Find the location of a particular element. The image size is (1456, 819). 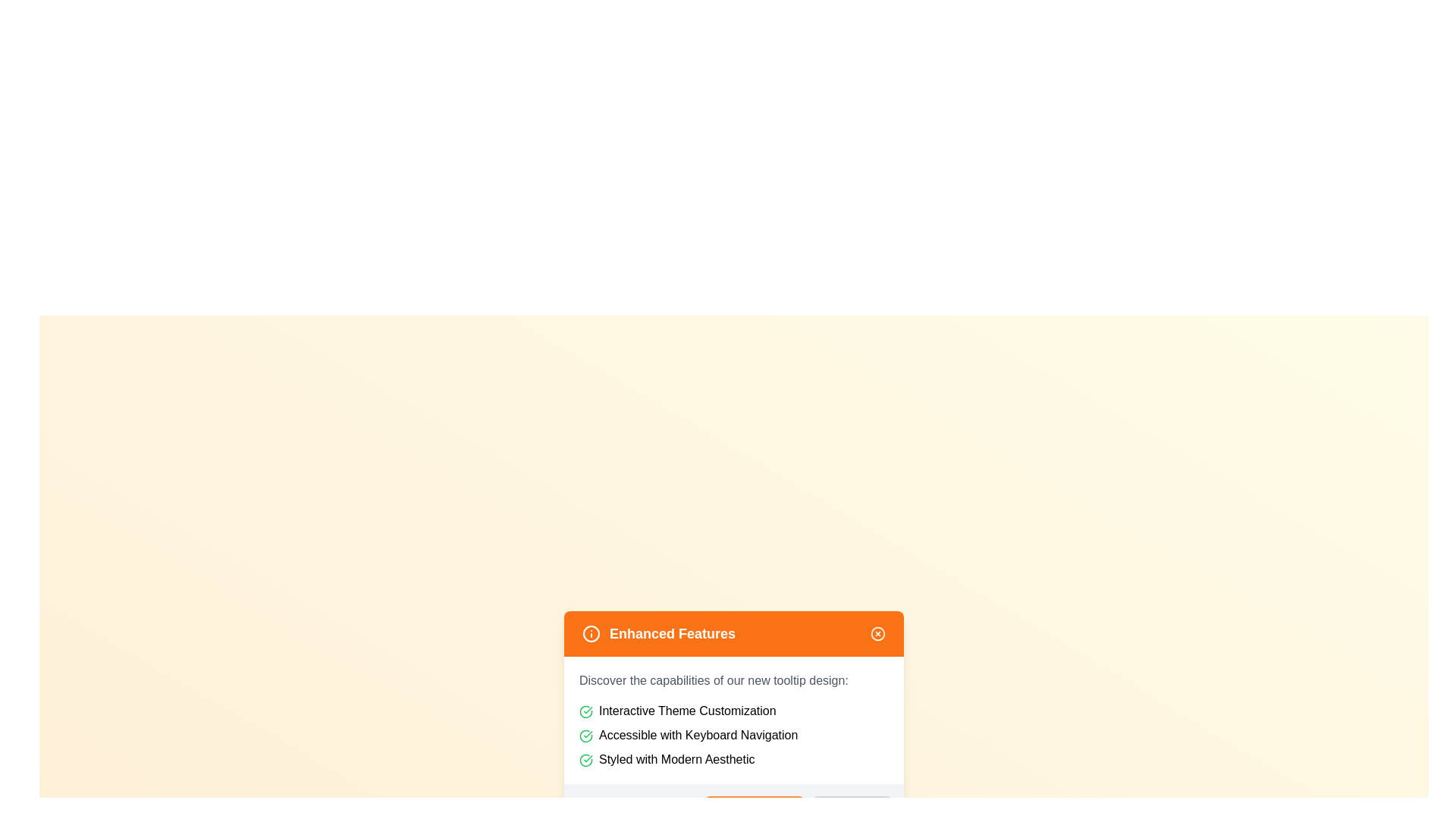

the 'Enhanced Features' text label, which is prominently displayed in large white text on an orange background within the tooltip header is located at coordinates (672, 634).